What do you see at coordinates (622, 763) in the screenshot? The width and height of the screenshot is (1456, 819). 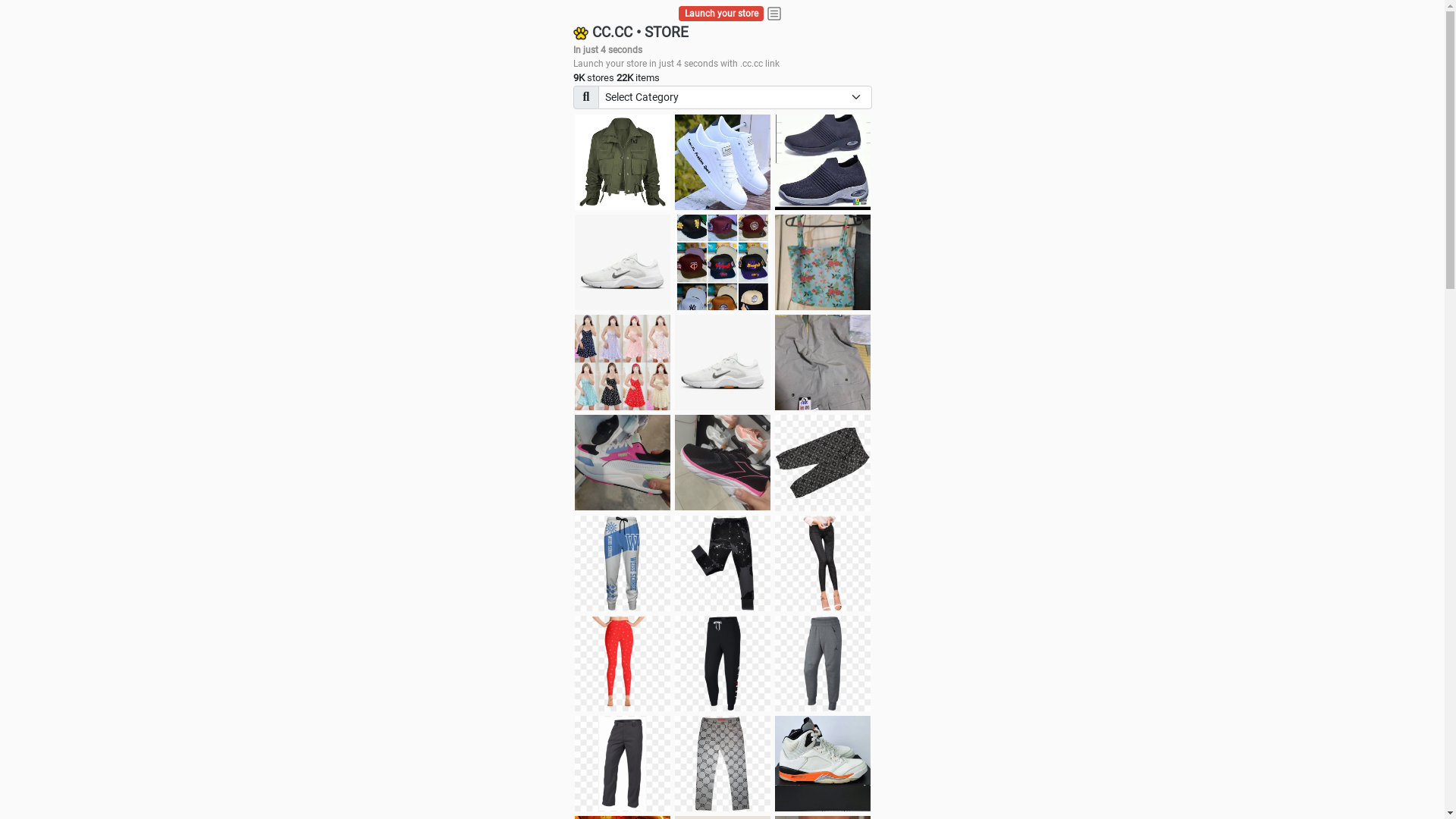 I see `'Pant'` at bounding box center [622, 763].